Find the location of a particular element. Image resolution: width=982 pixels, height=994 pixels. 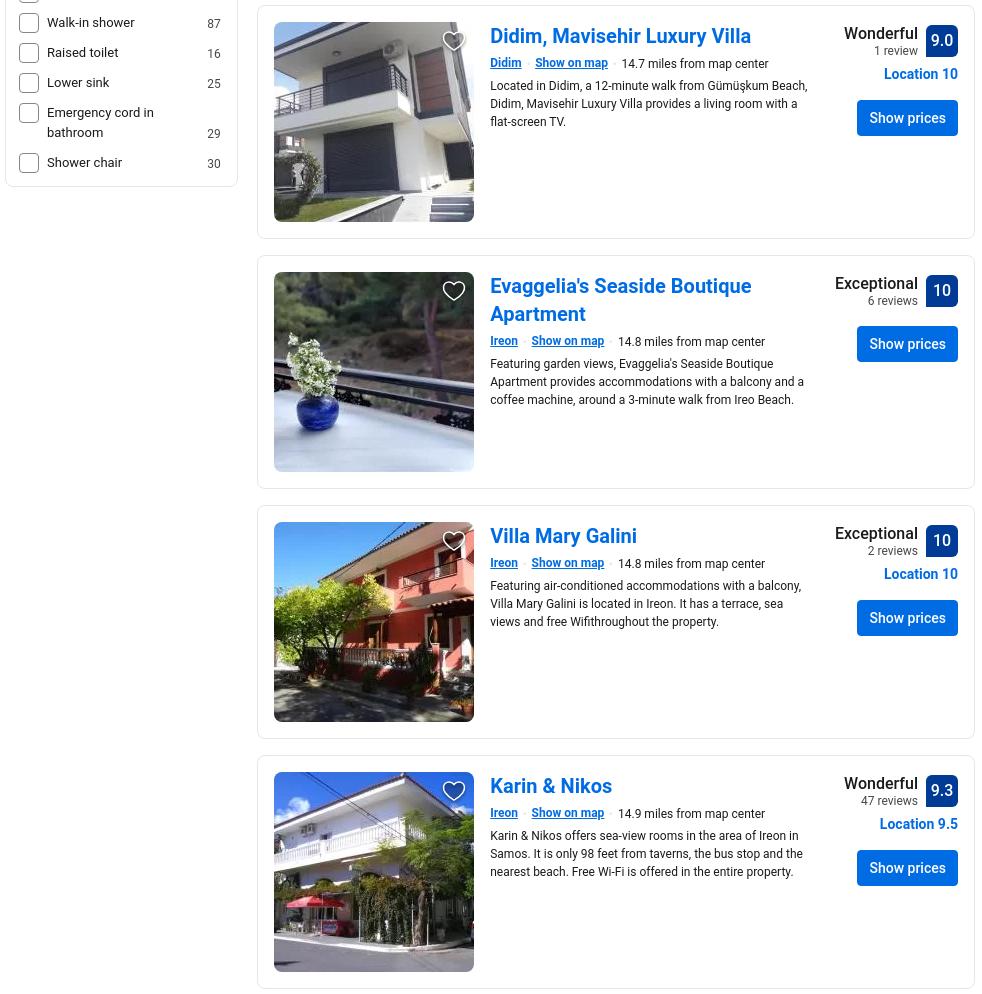

'9.5' is located at coordinates (947, 823).